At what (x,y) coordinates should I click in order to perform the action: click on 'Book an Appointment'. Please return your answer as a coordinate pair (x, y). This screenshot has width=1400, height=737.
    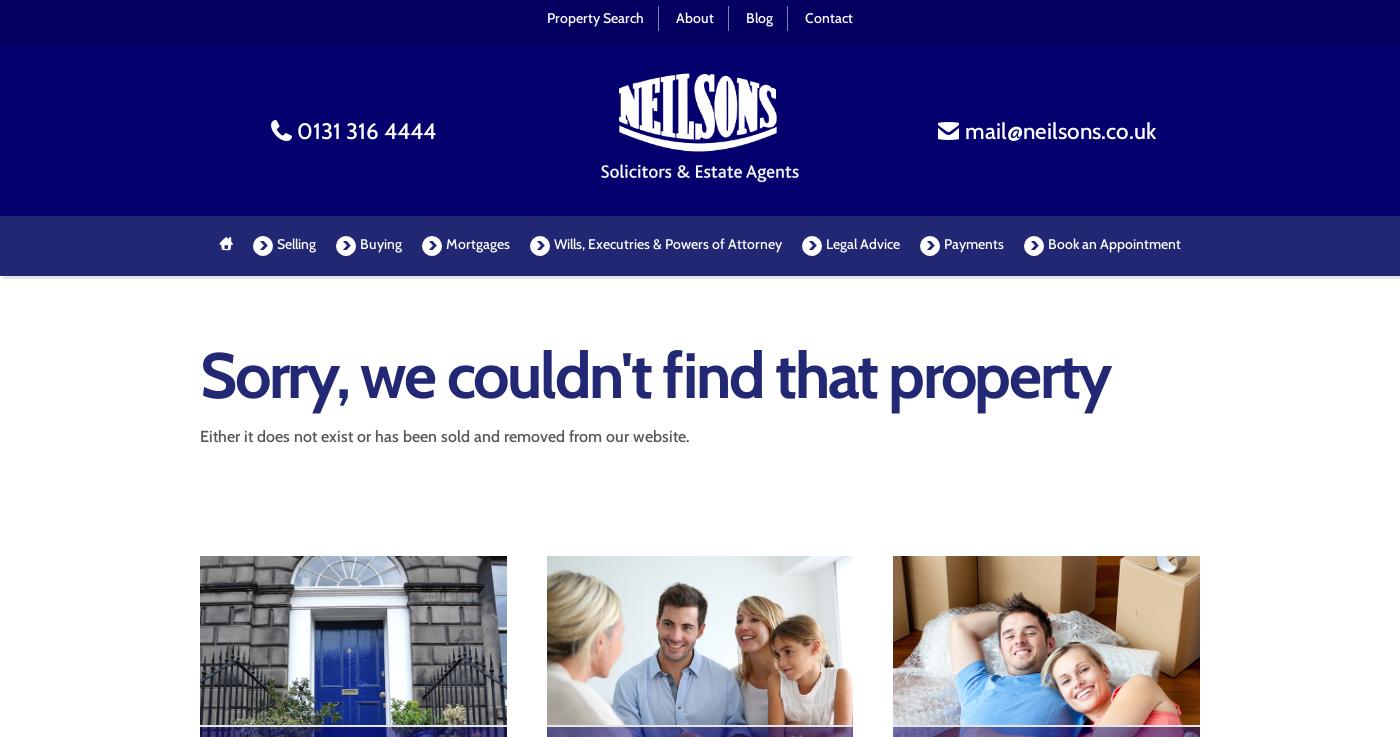
    Looking at the image, I should click on (1114, 244).